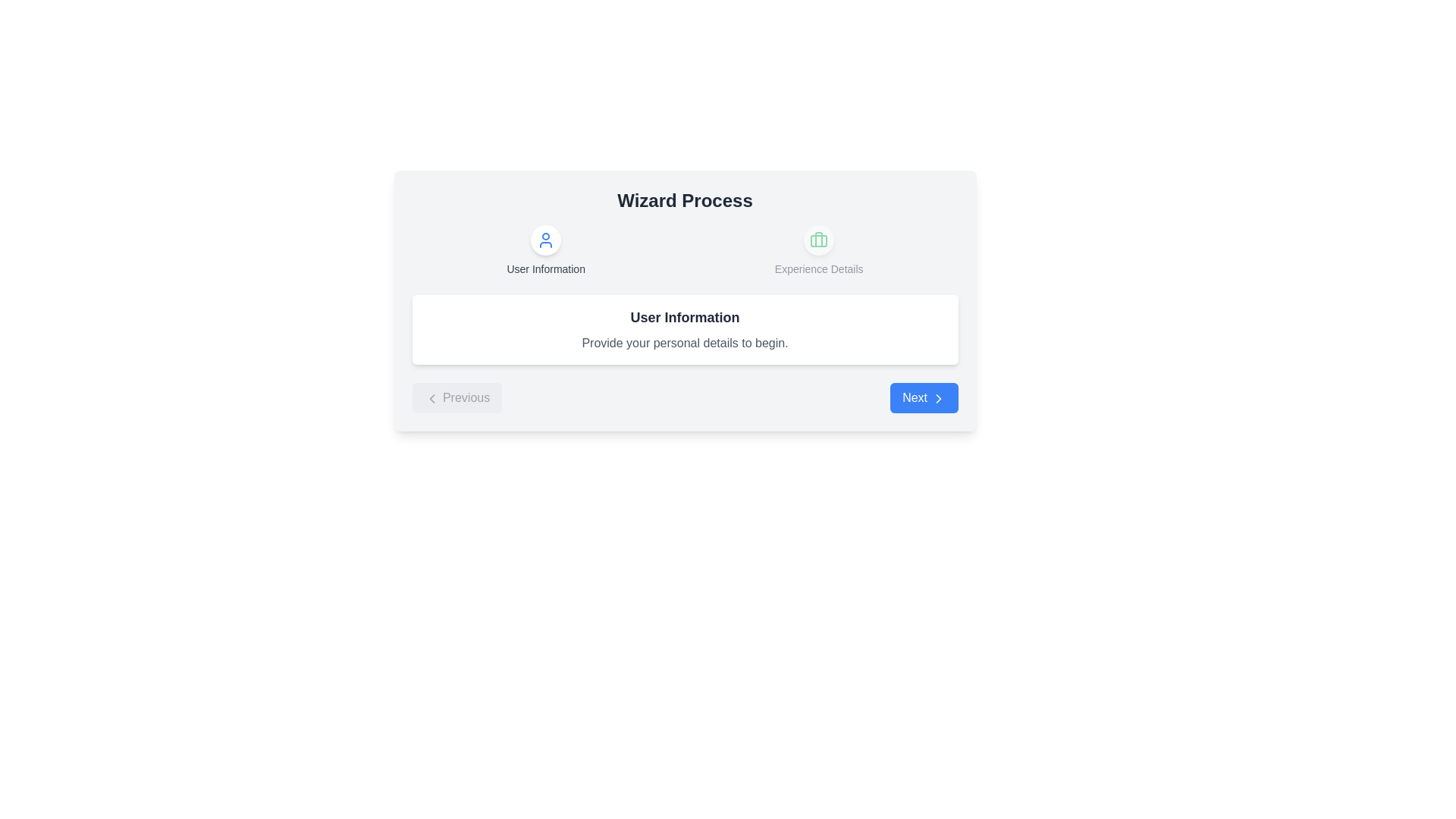 This screenshot has height=819, width=1456. I want to click on the green rounded button containing the briefcase icon labeled 'Experience Details', so click(818, 250).